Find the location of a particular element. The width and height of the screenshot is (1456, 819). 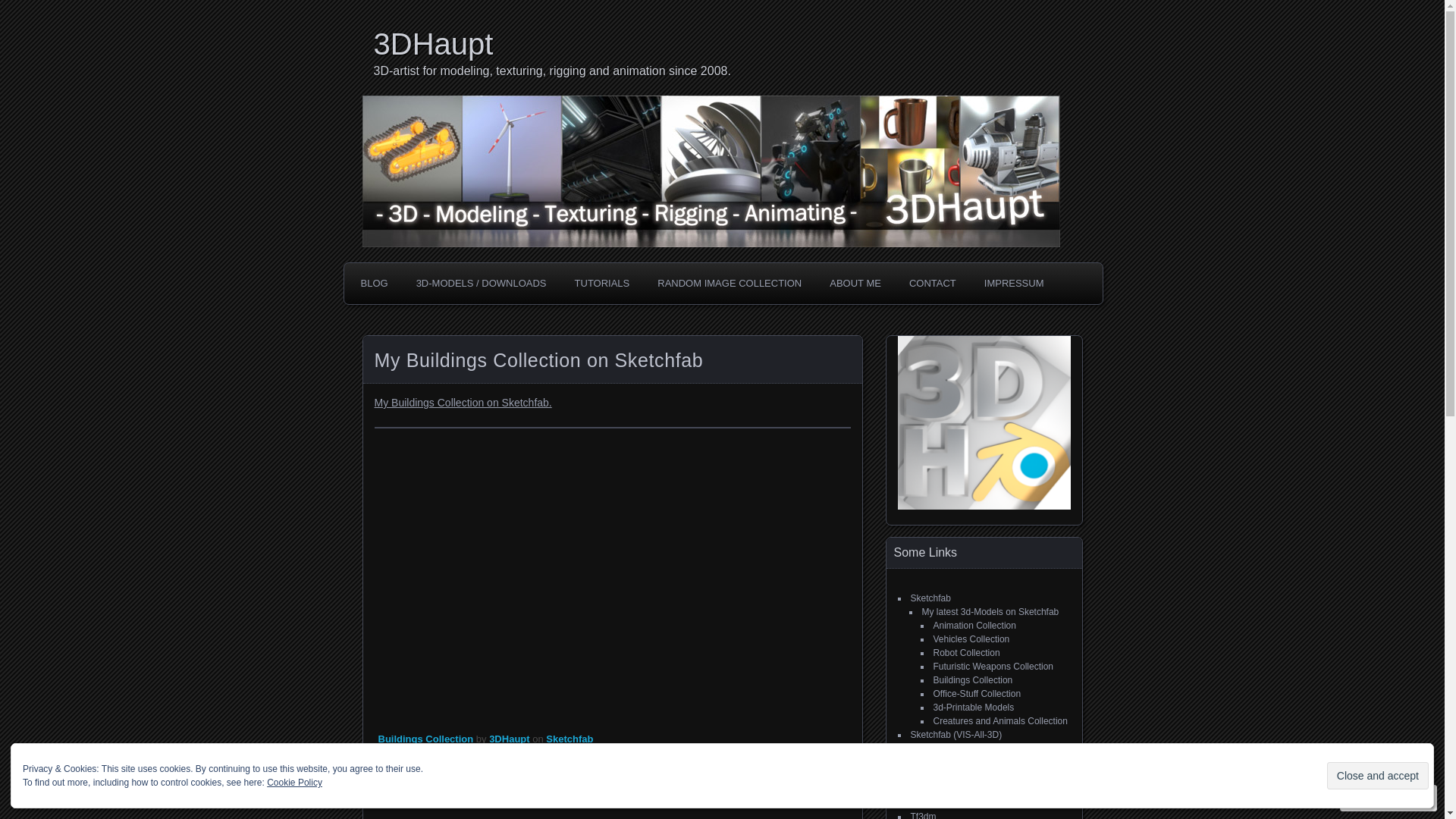

'Sketchfab (VIS-All-3D)' is located at coordinates (910, 733).